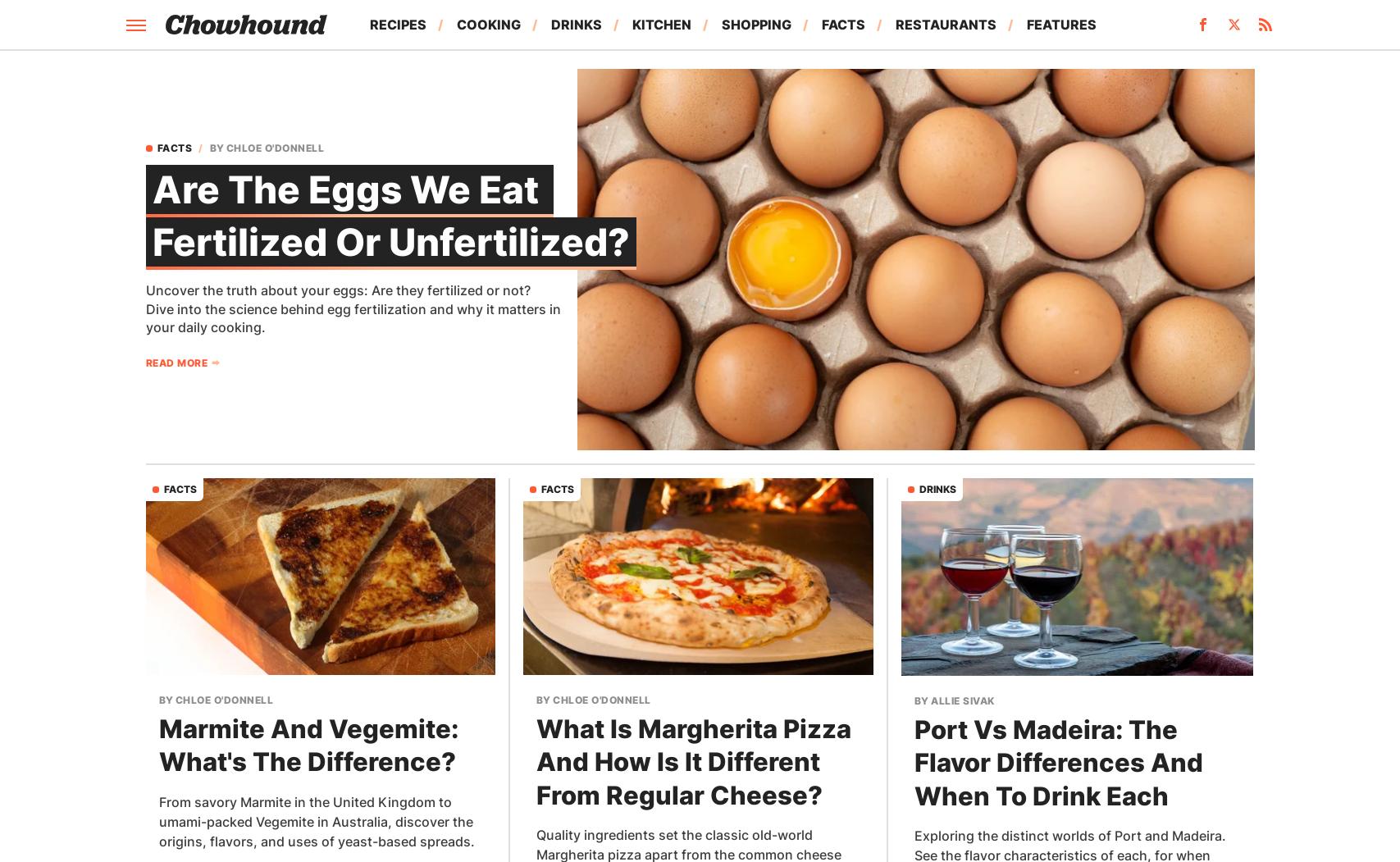  What do you see at coordinates (308, 745) in the screenshot?
I see `'Marmite And Vegemite: What's The Difference?'` at bounding box center [308, 745].